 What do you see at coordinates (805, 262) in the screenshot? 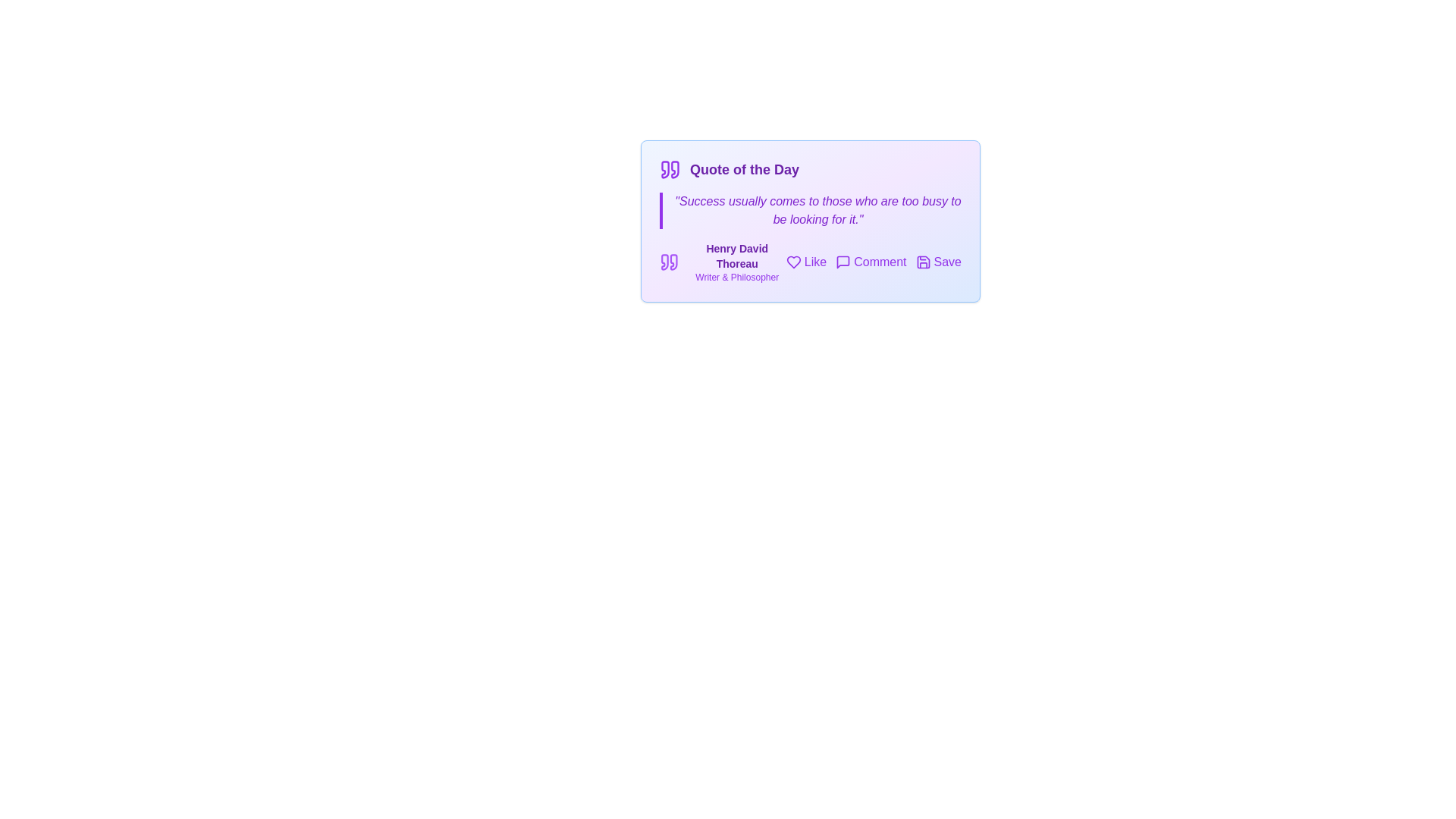
I see `the 'Like' button, which is represented by a heart icon, located in the action bar to the left of 'Comment' and 'Save'` at bounding box center [805, 262].